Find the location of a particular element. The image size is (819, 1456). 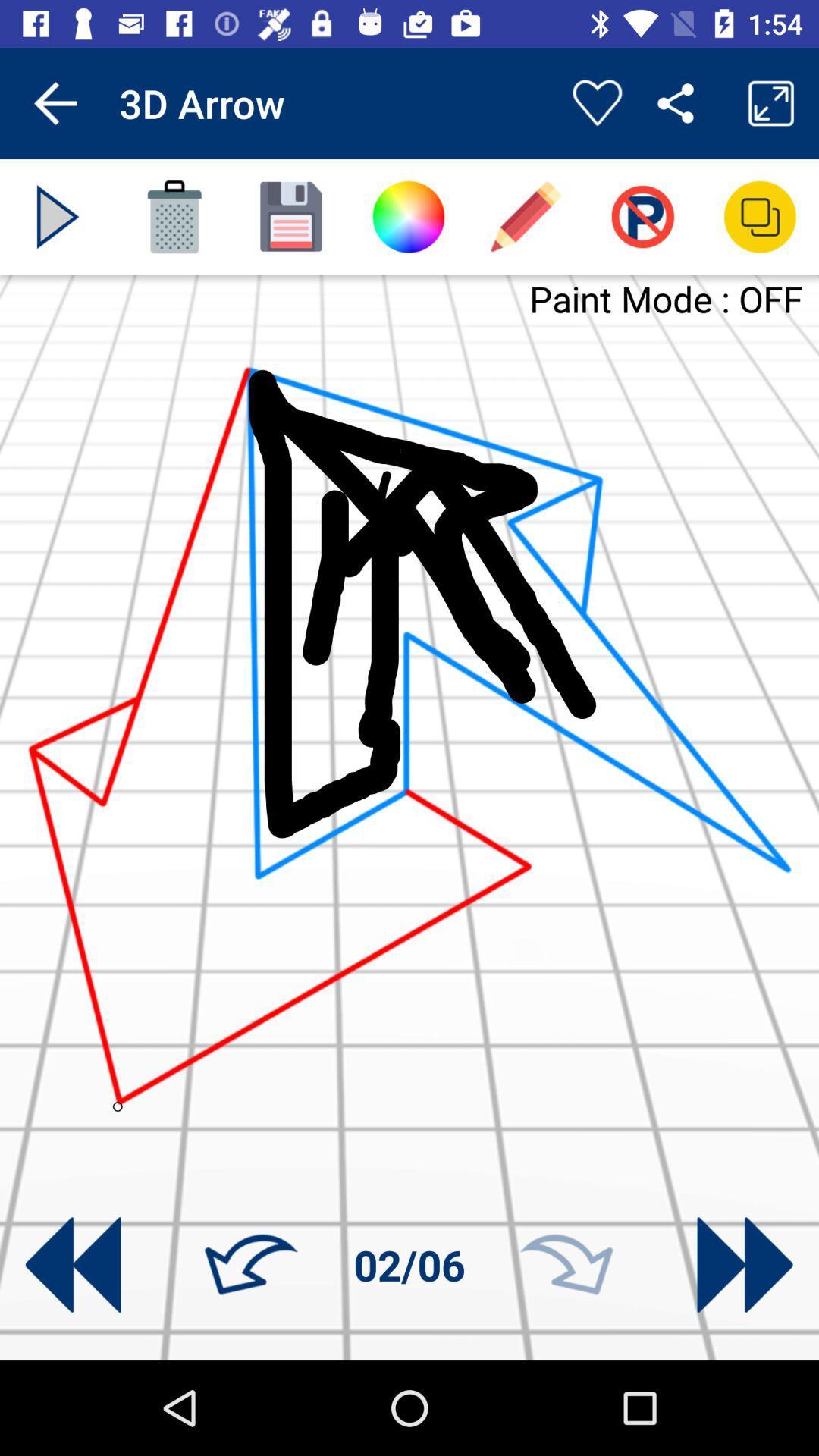

the item next to the 02/06 icon is located at coordinates (566, 1265).